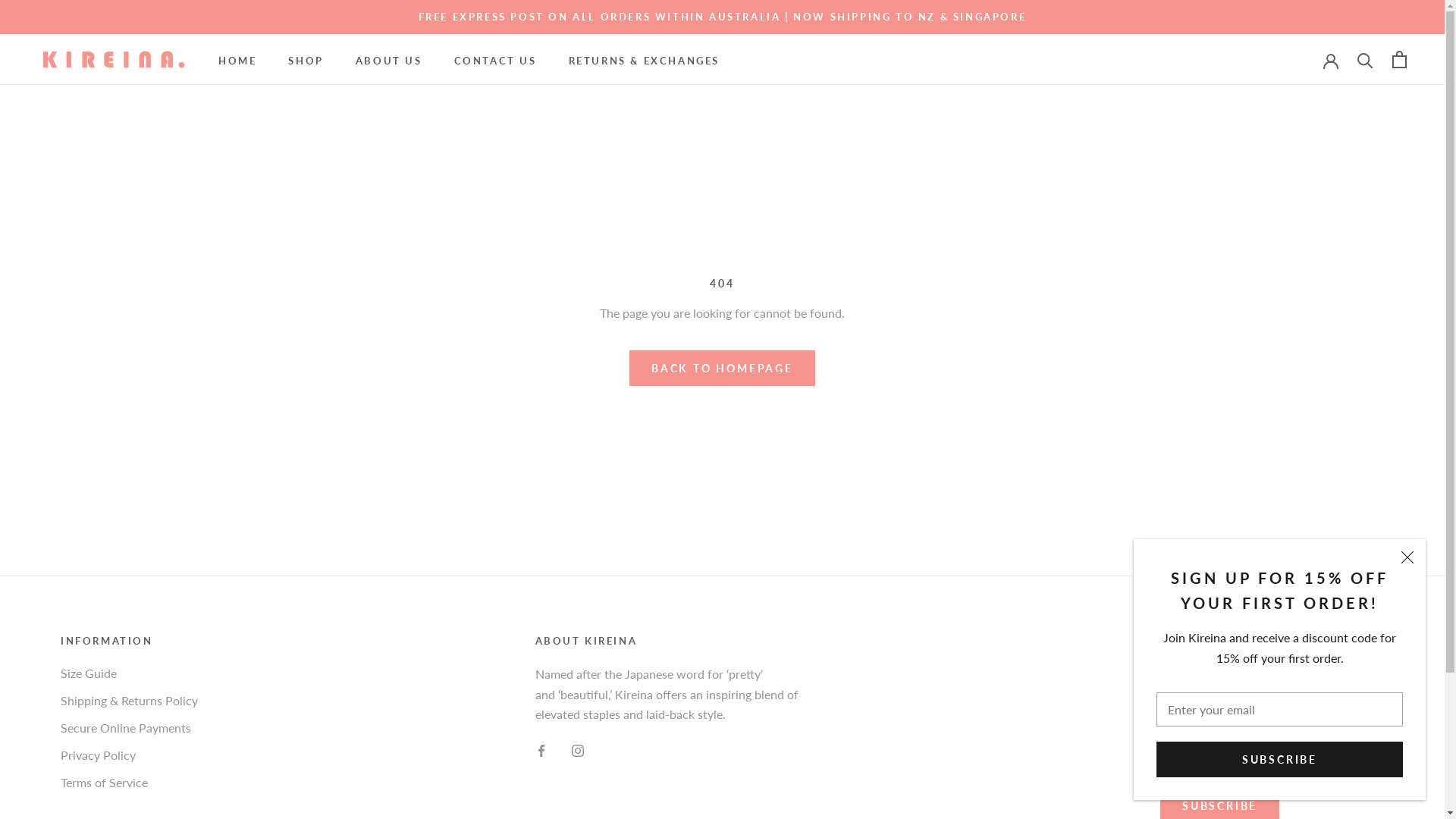 The height and width of the screenshot is (819, 1456). What do you see at coordinates (495, 60) in the screenshot?
I see `'CONTACT US` at bounding box center [495, 60].